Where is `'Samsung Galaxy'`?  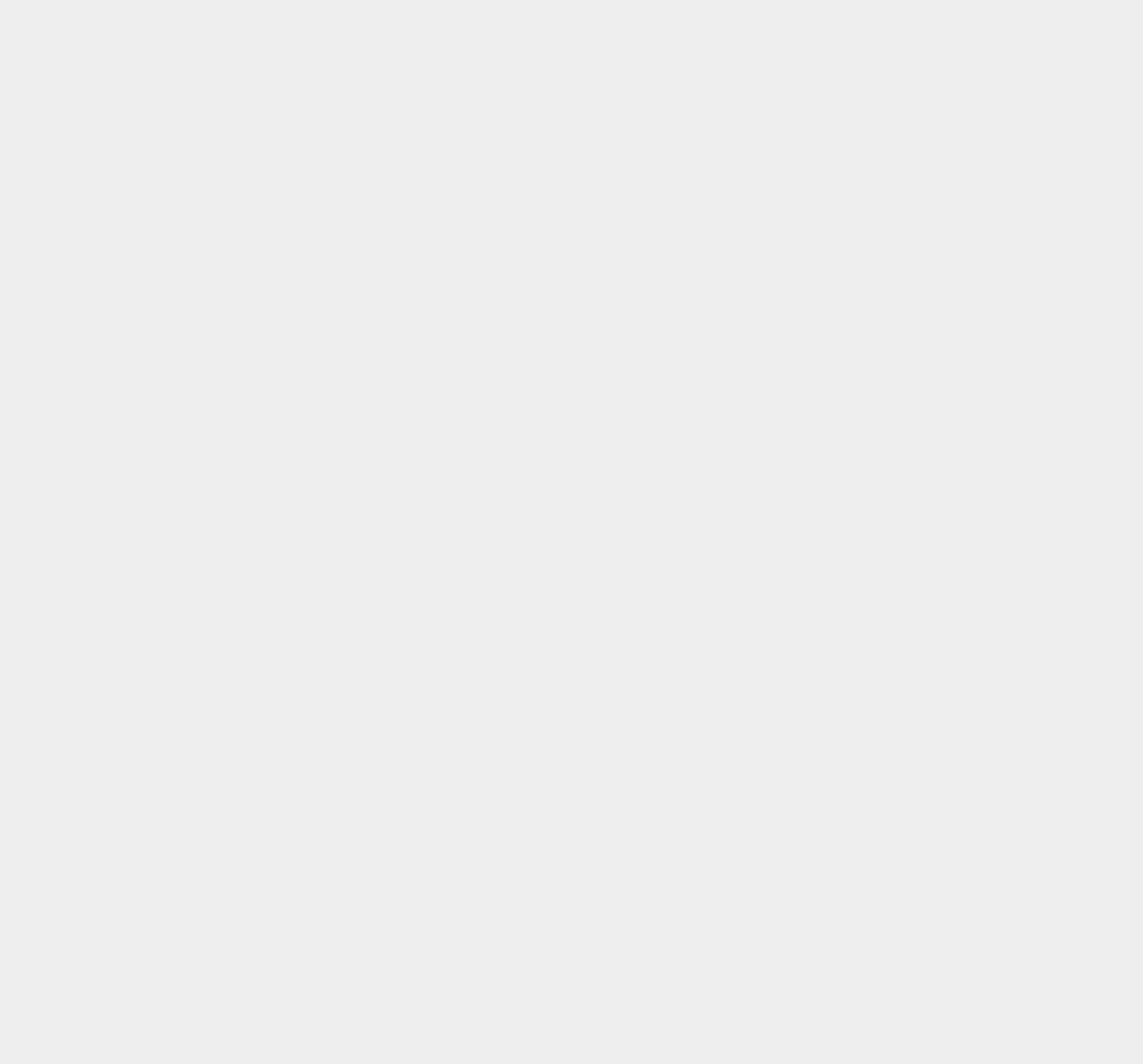 'Samsung Galaxy' is located at coordinates (860, 150).